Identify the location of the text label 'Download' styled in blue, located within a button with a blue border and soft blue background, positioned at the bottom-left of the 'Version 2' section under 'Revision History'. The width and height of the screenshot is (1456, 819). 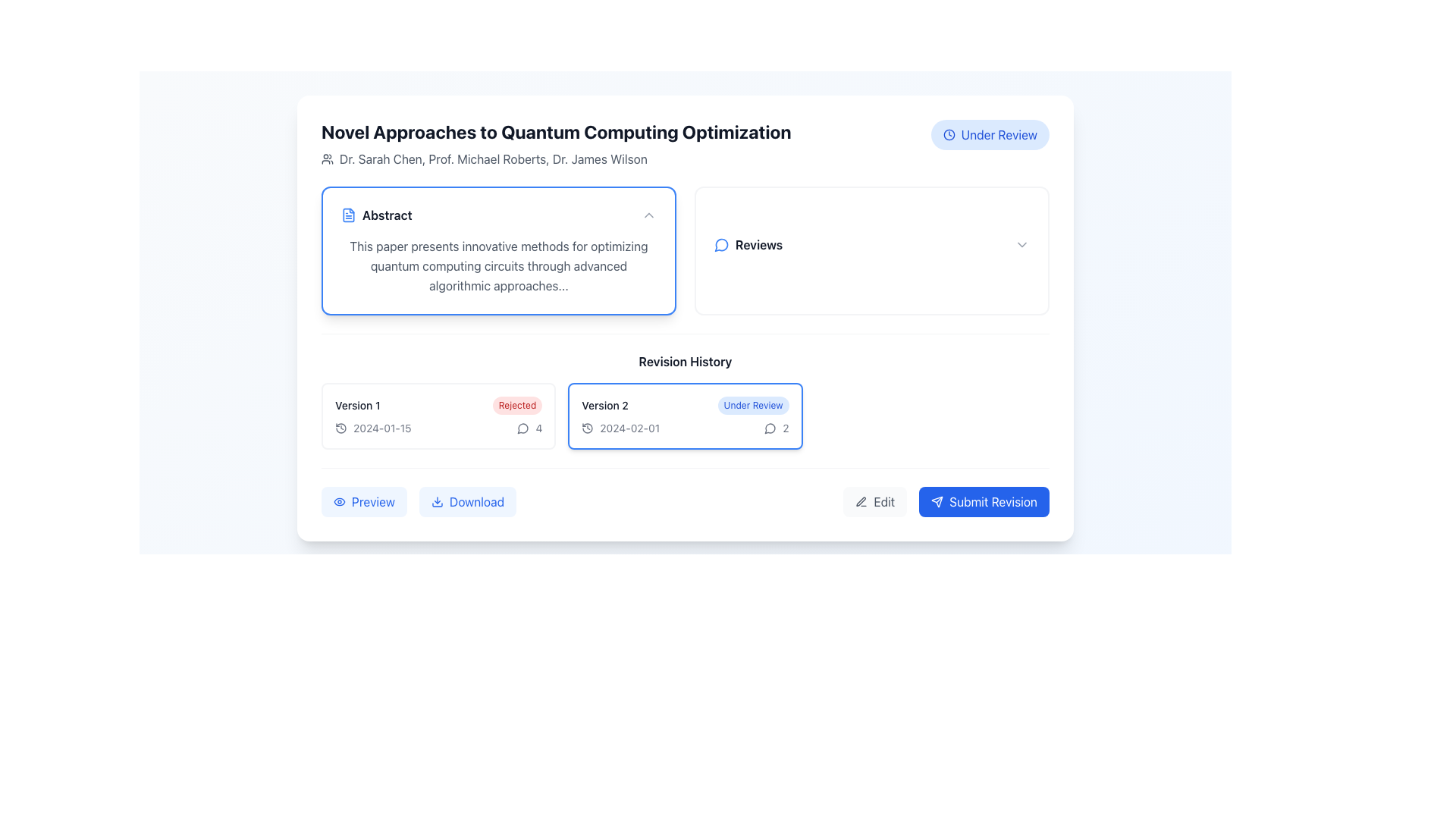
(475, 502).